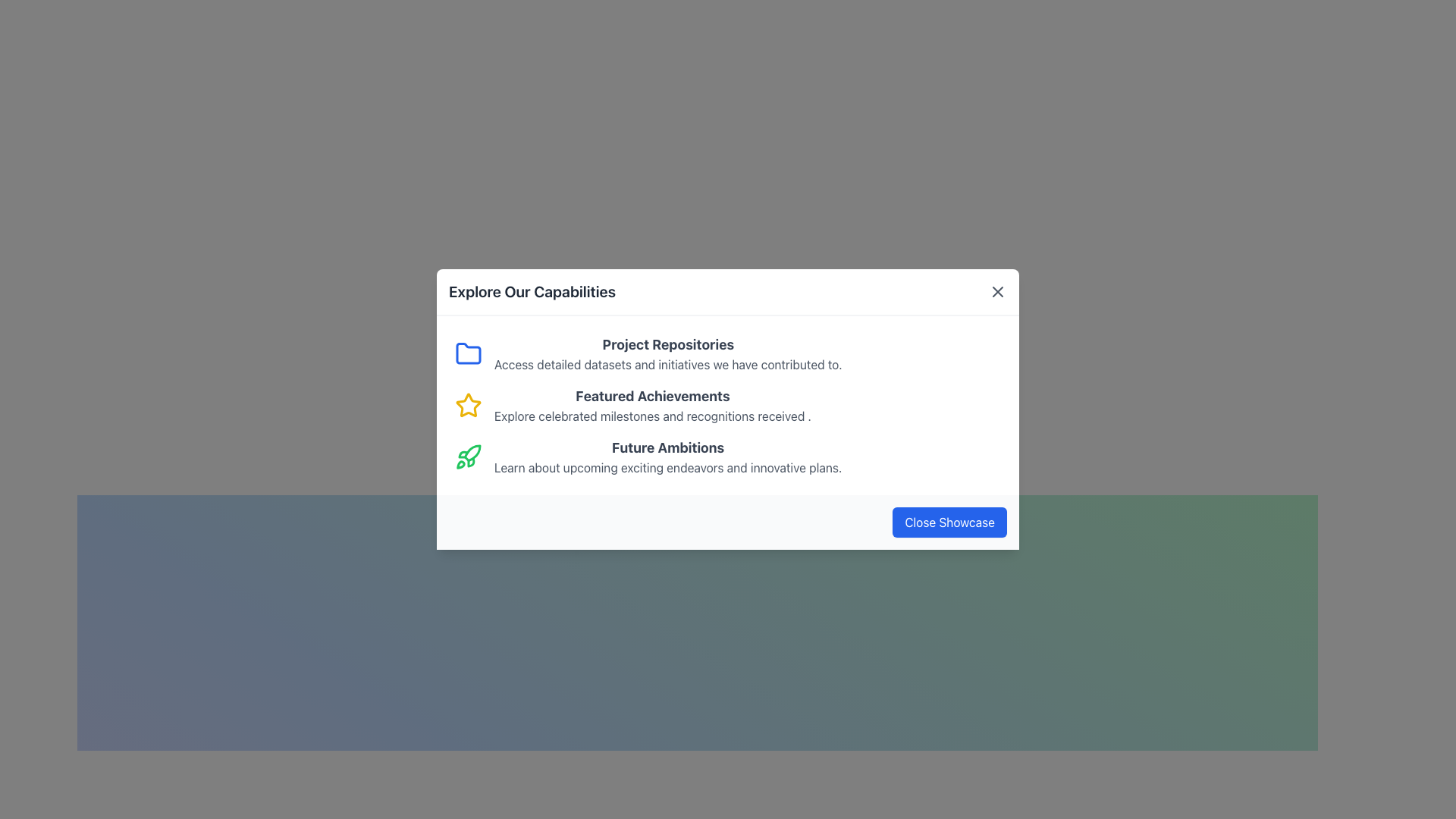 Image resolution: width=1456 pixels, height=819 pixels. What do you see at coordinates (728, 353) in the screenshot?
I see `the 'Project Repositories' list item, which is the first item in a column under the title 'Explore Our Capabilities'` at bounding box center [728, 353].